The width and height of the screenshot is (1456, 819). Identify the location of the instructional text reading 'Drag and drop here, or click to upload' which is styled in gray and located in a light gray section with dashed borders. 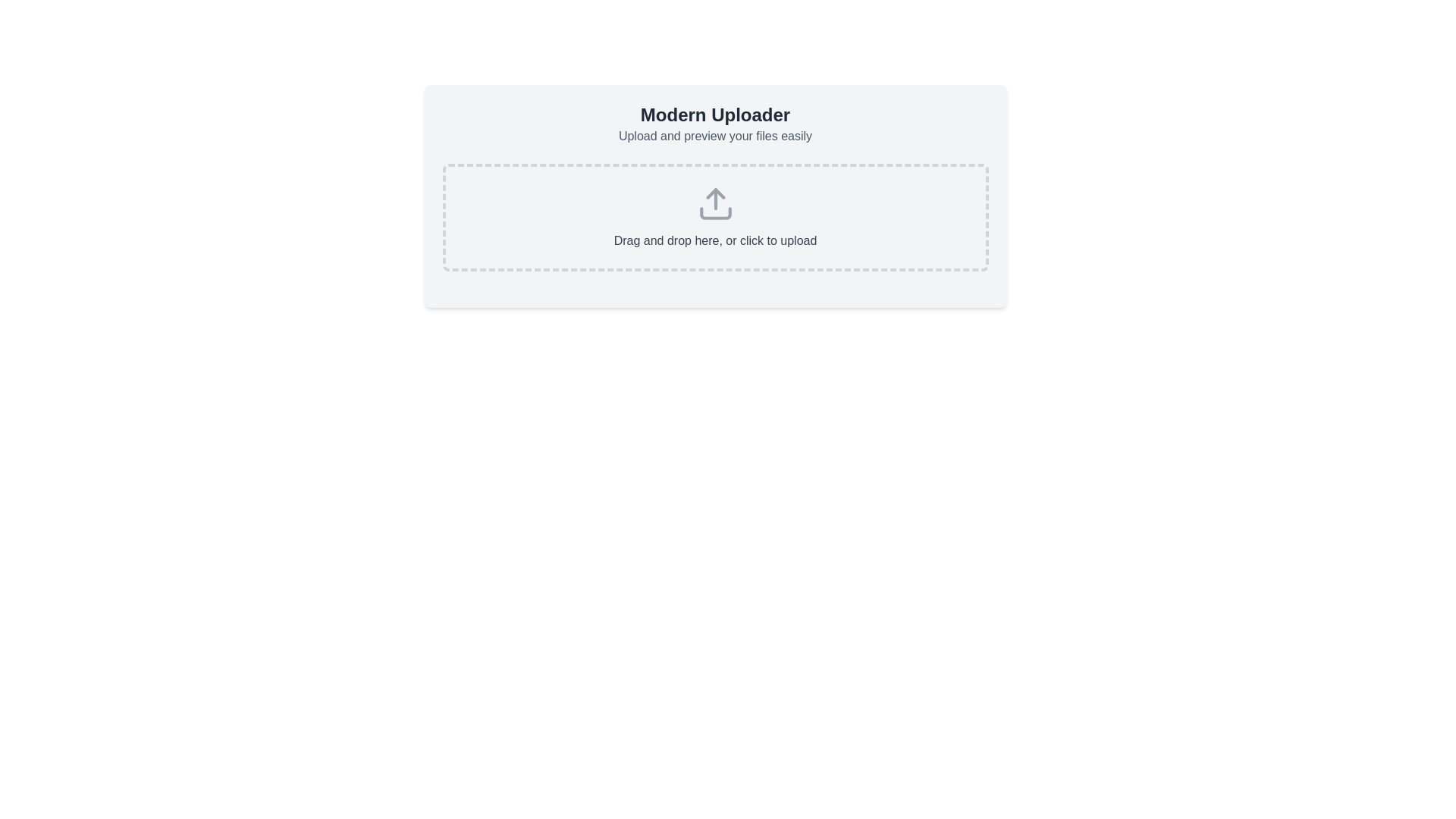
(714, 240).